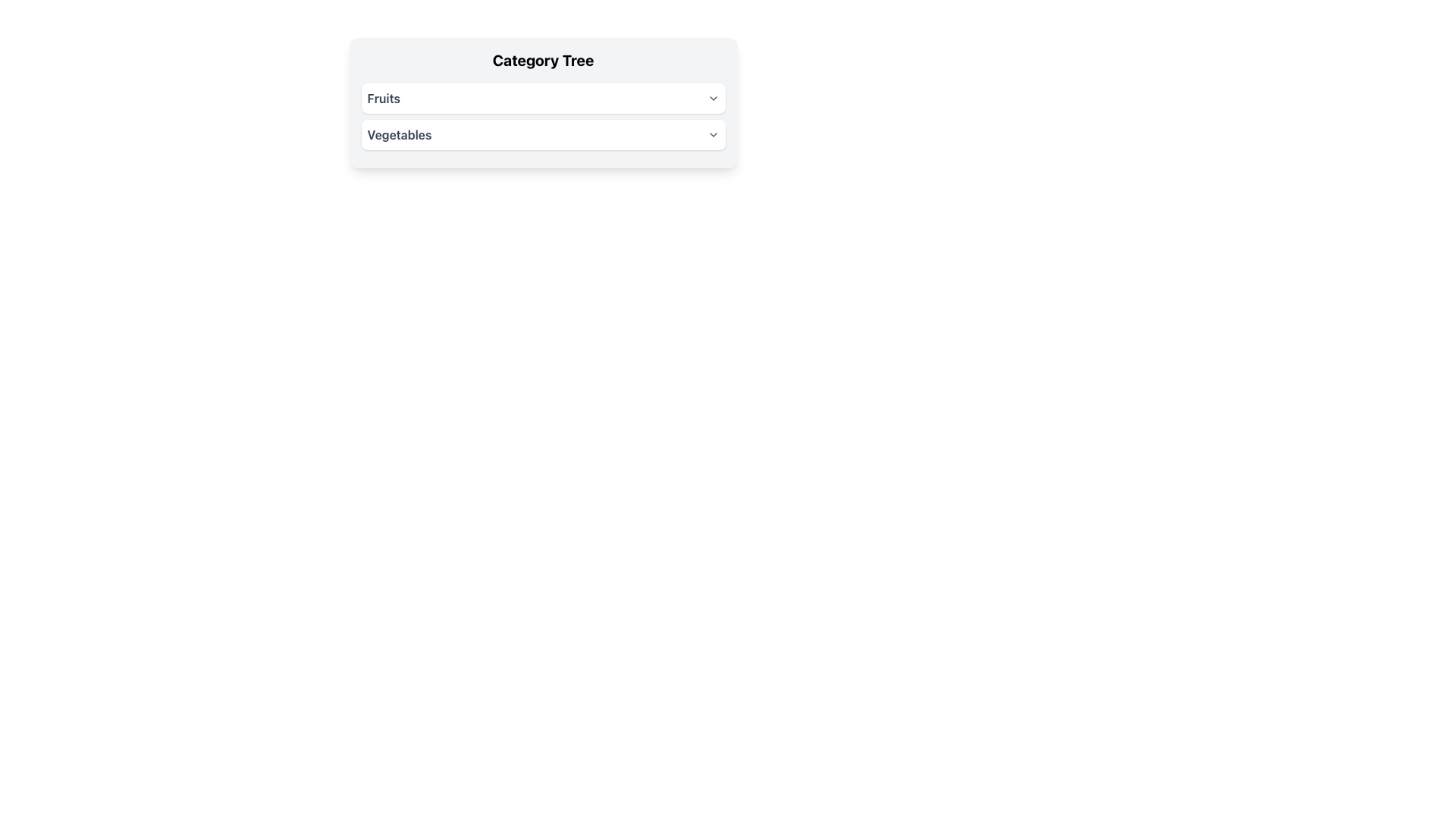 The height and width of the screenshot is (819, 1456). What do you see at coordinates (712, 133) in the screenshot?
I see `the Dropdown indicator icon, which is a small gray chevron-shaped icon with a downward-pointing triangular arrow, located to the far-right of the 'Vegetables' list item` at bounding box center [712, 133].